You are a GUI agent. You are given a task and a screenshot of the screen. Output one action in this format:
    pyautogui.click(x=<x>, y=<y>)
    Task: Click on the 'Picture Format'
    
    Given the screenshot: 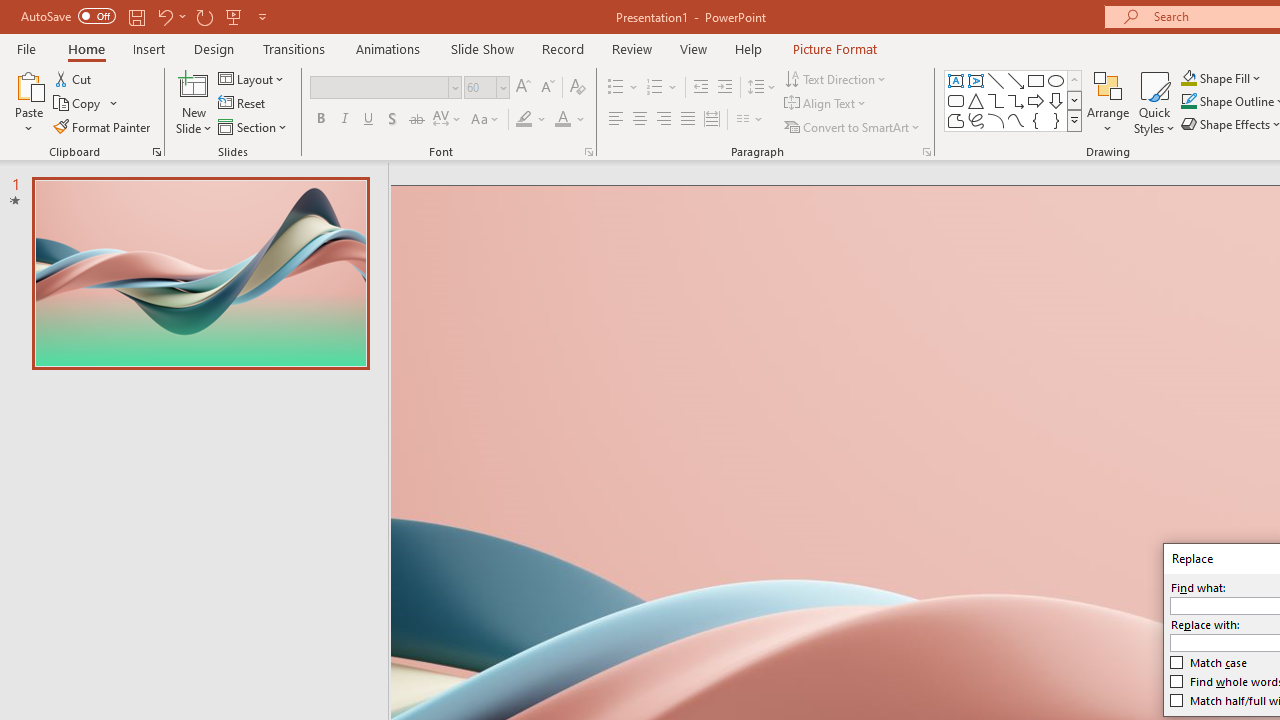 What is the action you would take?
    pyautogui.click(x=835, y=48)
    